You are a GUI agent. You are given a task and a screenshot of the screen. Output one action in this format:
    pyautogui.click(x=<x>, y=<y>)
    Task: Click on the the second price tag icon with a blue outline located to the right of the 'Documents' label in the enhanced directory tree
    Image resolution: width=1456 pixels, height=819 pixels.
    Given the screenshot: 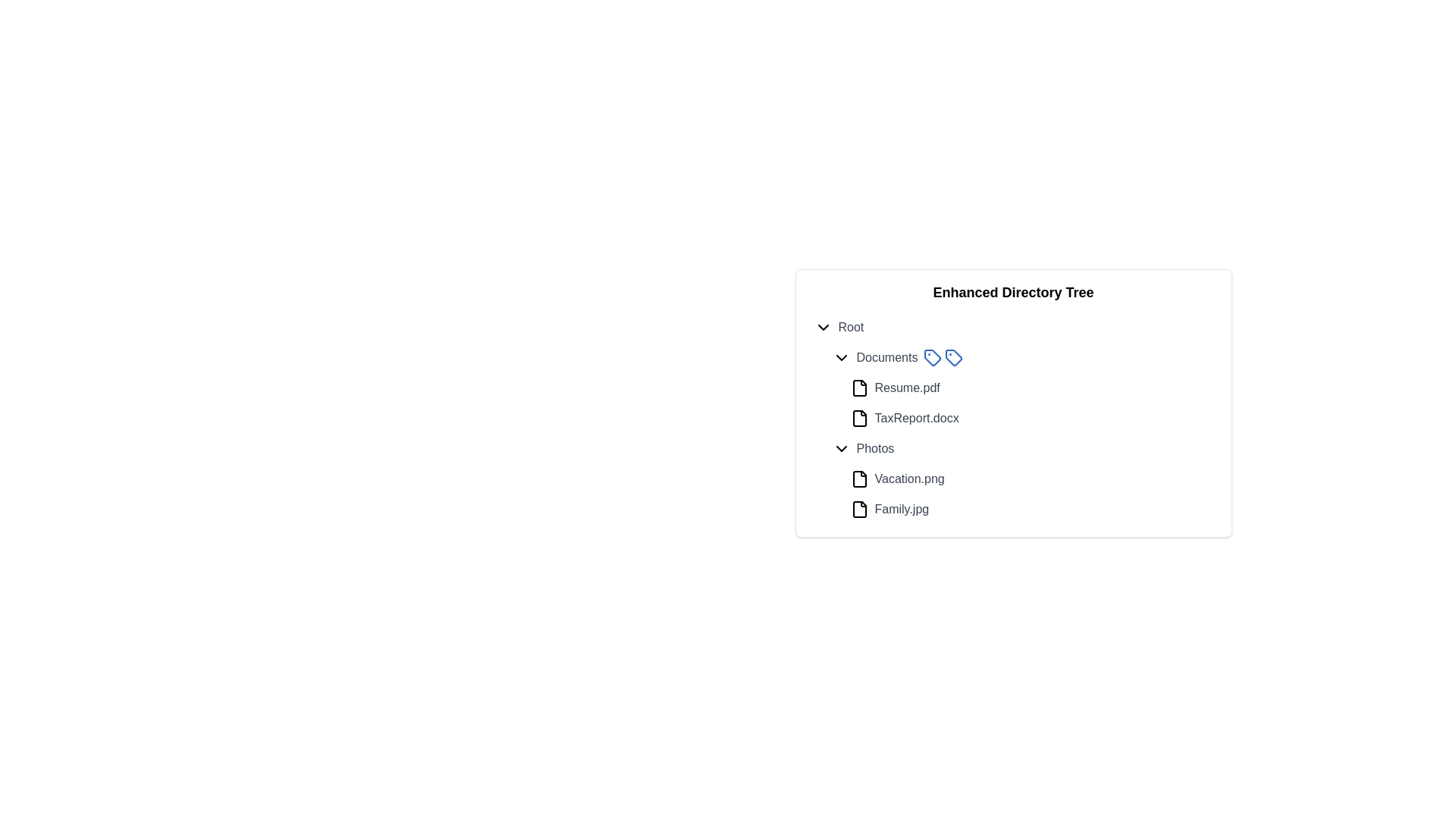 What is the action you would take?
    pyautogui.click(x=944, y=357)
    